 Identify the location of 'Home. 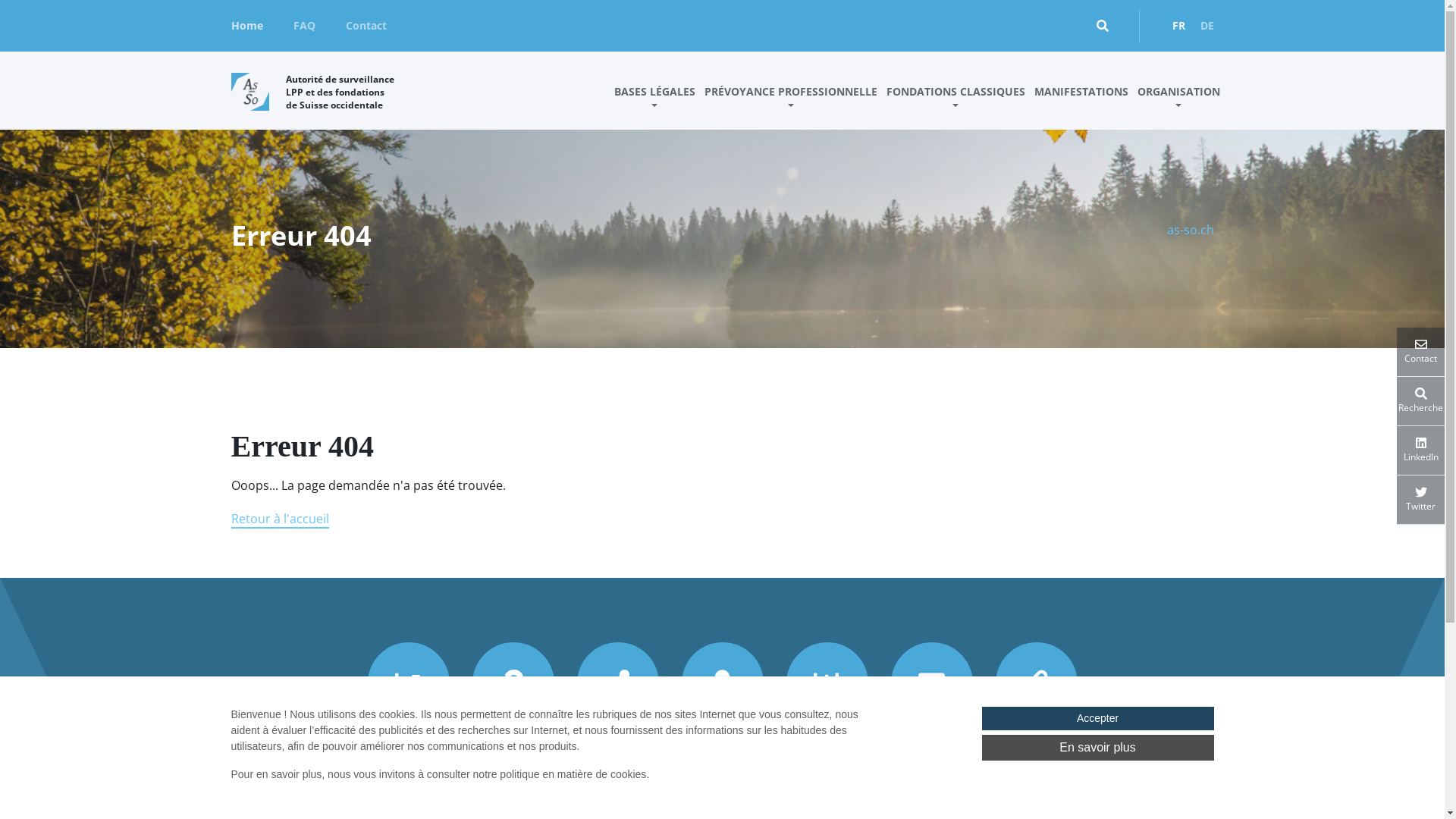
(246, 26).